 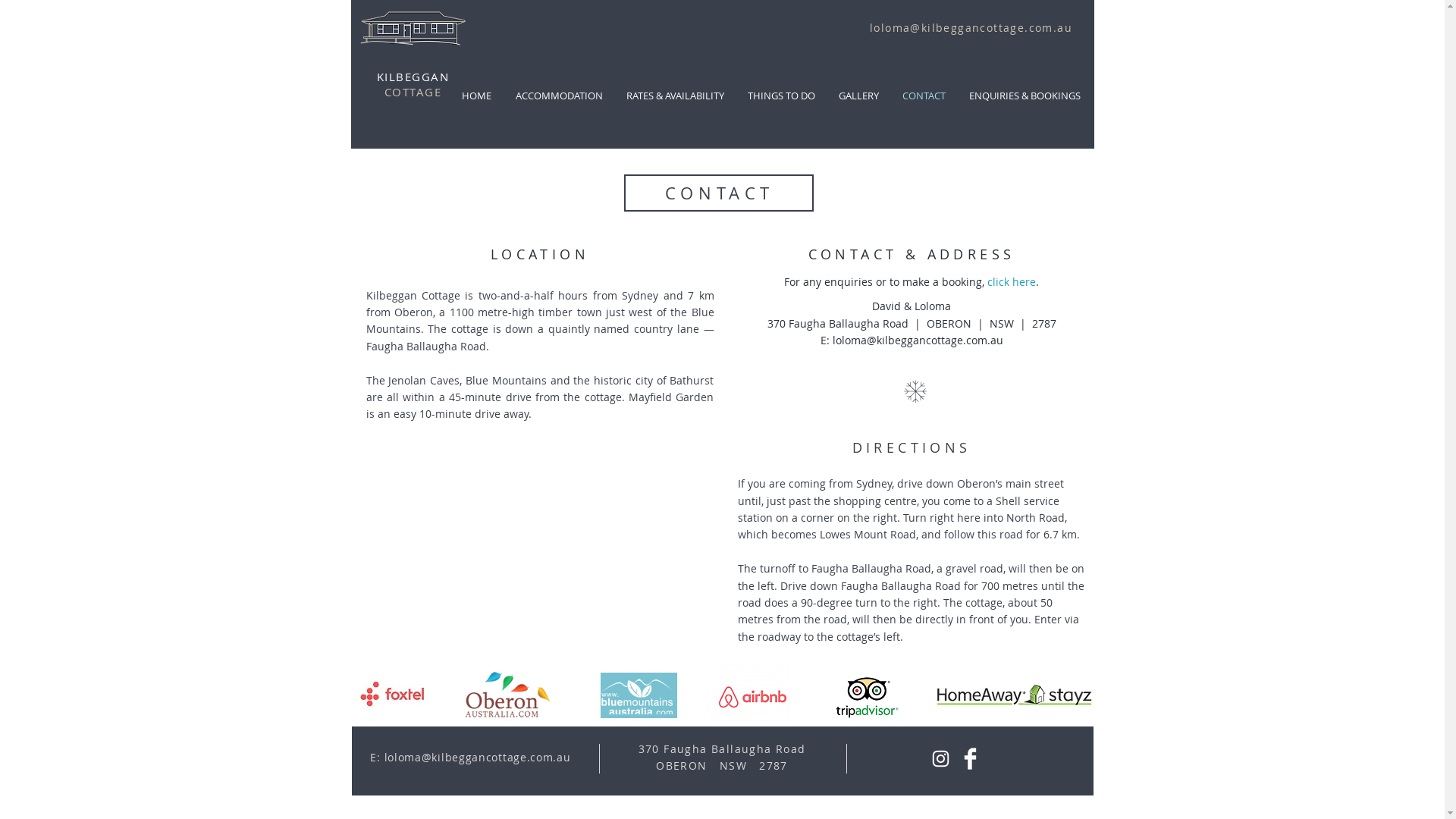 I want to click on 'E: loloma@kilbeggancottage.com.au', so click(x=469, y=757).